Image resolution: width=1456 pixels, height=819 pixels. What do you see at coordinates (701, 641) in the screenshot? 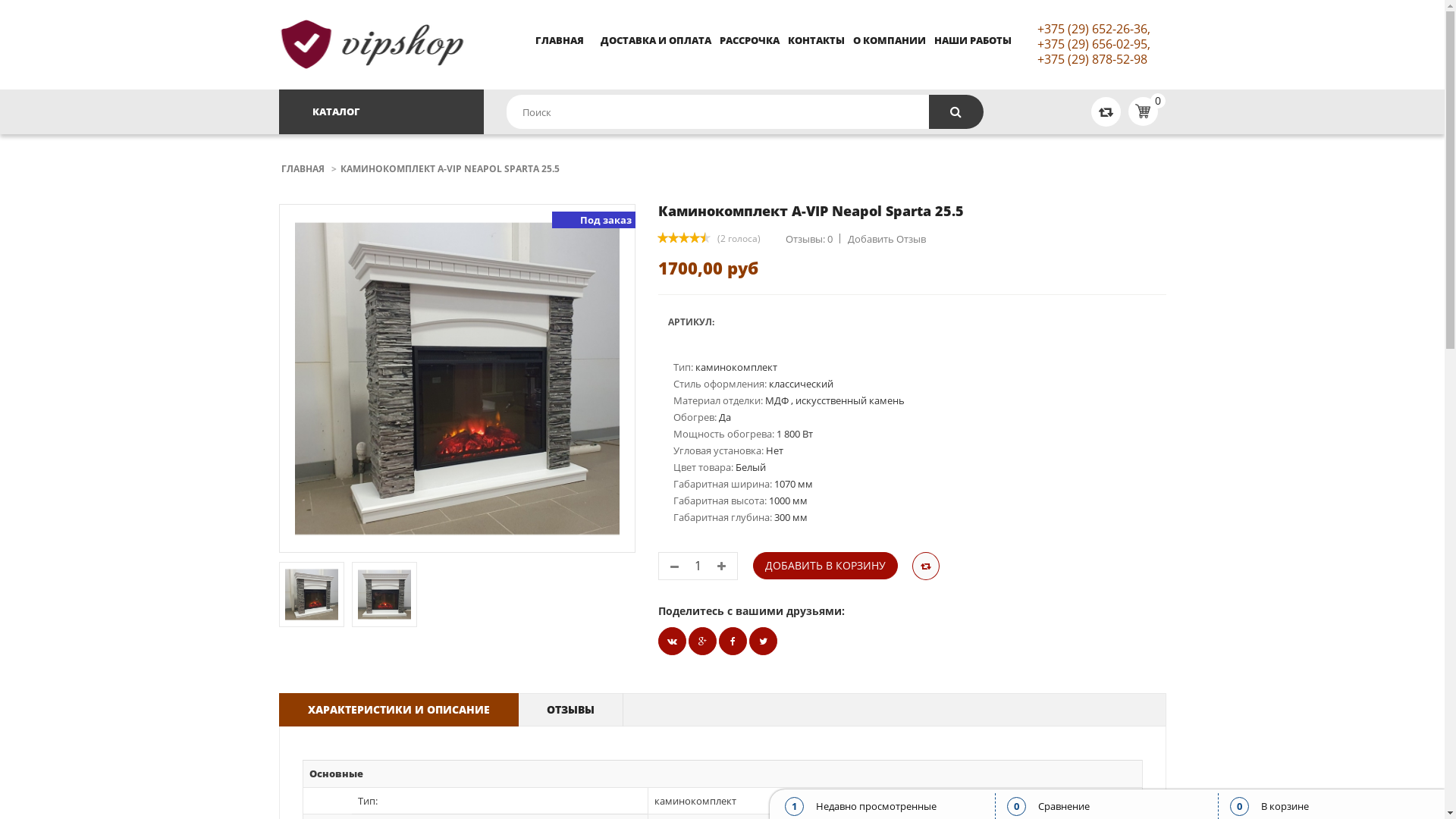
I see `'Google Plus'` at bounding box center [701, 641].